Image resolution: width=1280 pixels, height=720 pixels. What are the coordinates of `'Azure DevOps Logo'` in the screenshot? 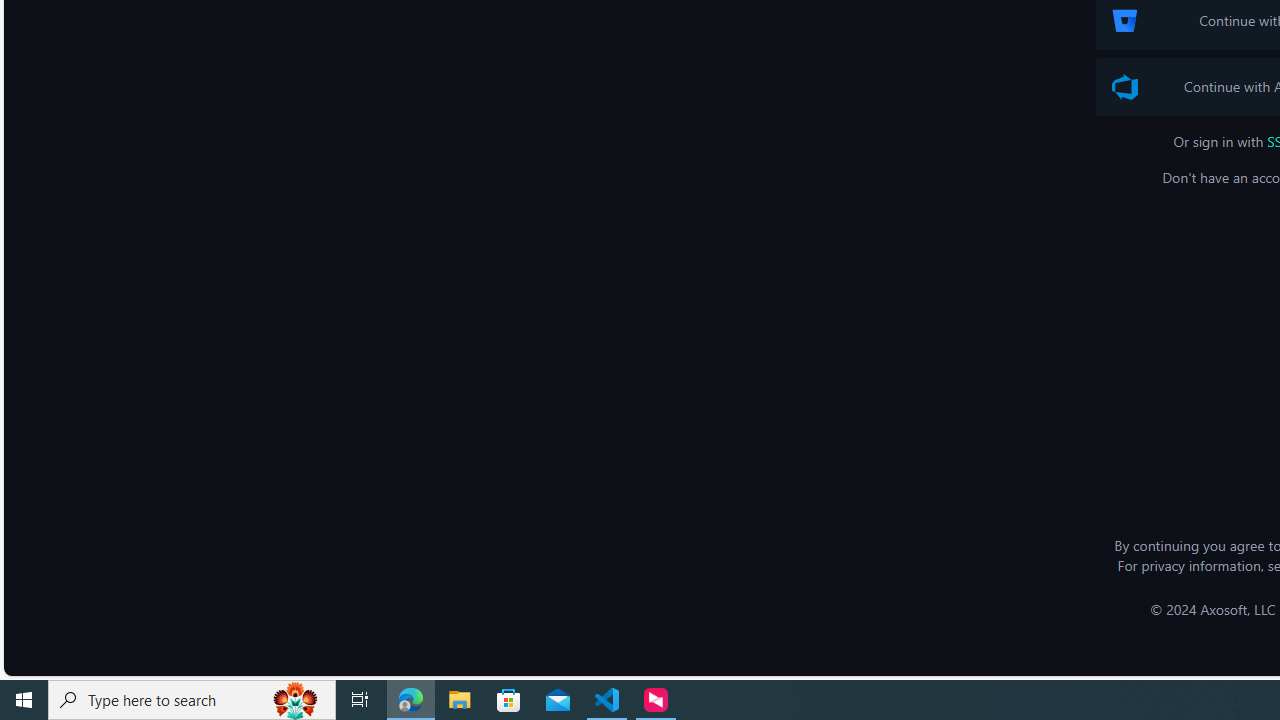 It's located at (1125, 86).